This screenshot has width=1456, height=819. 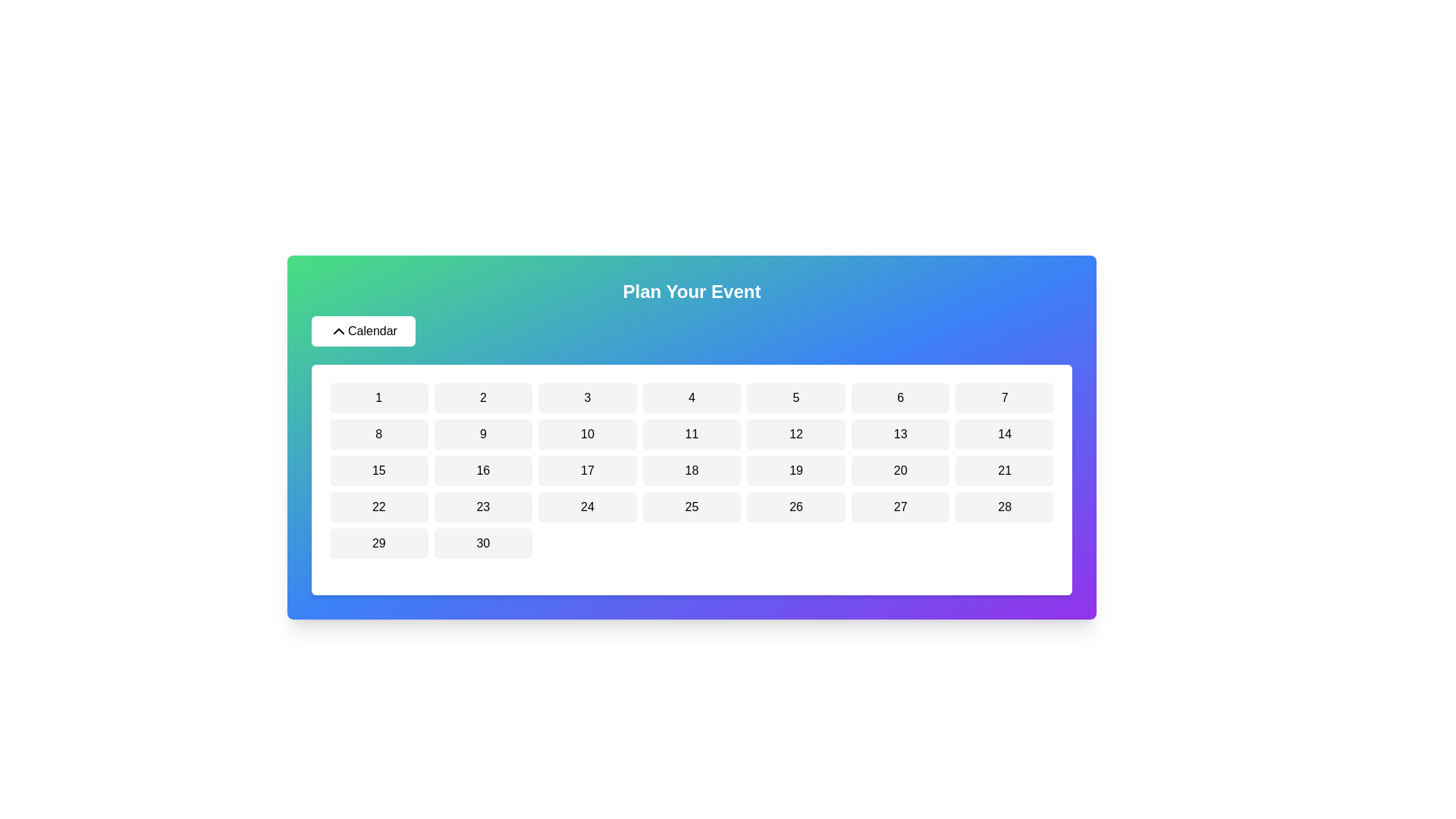 I want to click on the calendar date selection button located in the third row and second column of the grid, adjacent to '15' on the left and '17' on the right, so click(x=482, y=470).